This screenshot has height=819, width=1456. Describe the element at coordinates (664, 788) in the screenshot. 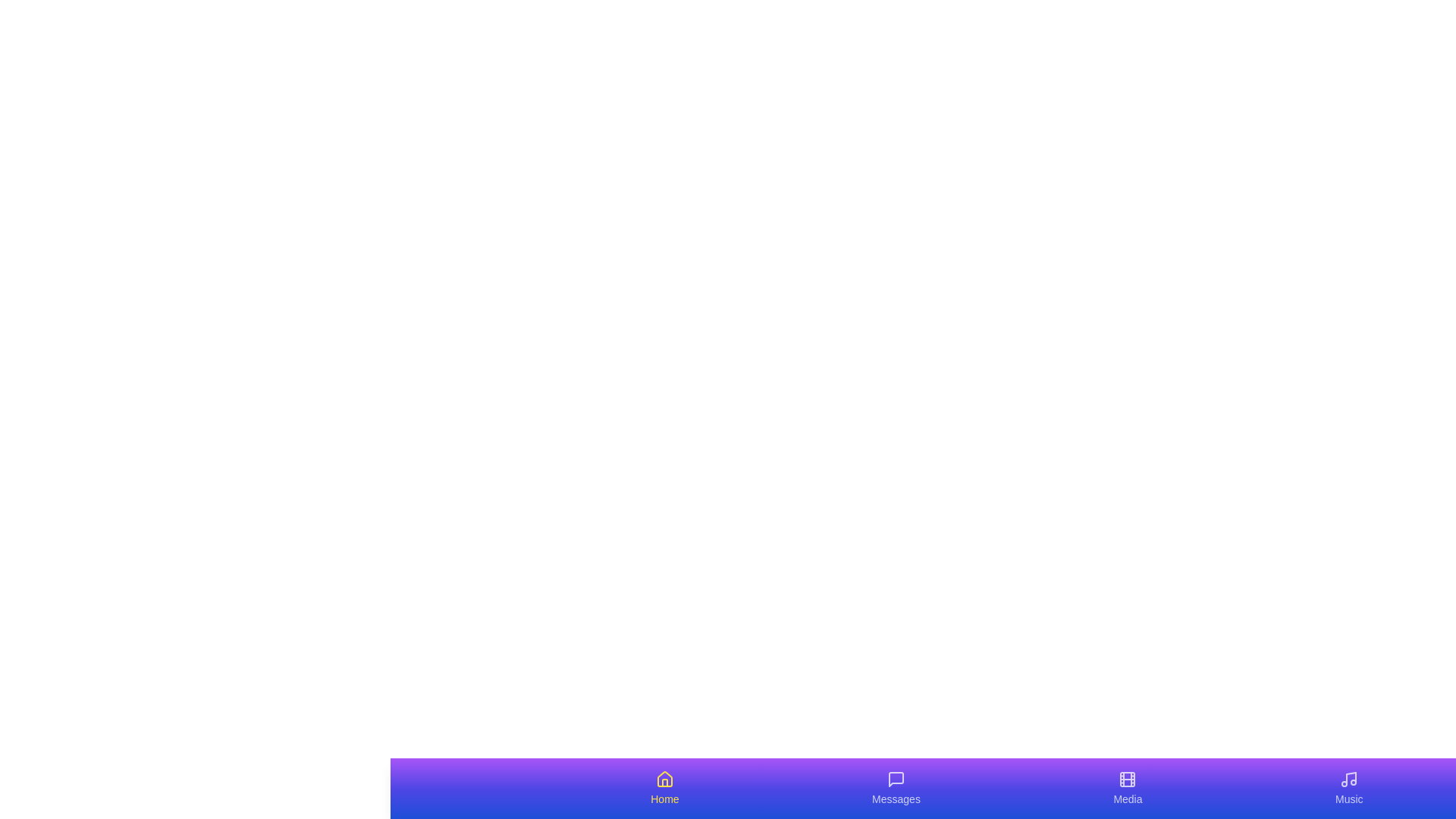

I see `the Home tab from the bottom navigation bar` at that location.